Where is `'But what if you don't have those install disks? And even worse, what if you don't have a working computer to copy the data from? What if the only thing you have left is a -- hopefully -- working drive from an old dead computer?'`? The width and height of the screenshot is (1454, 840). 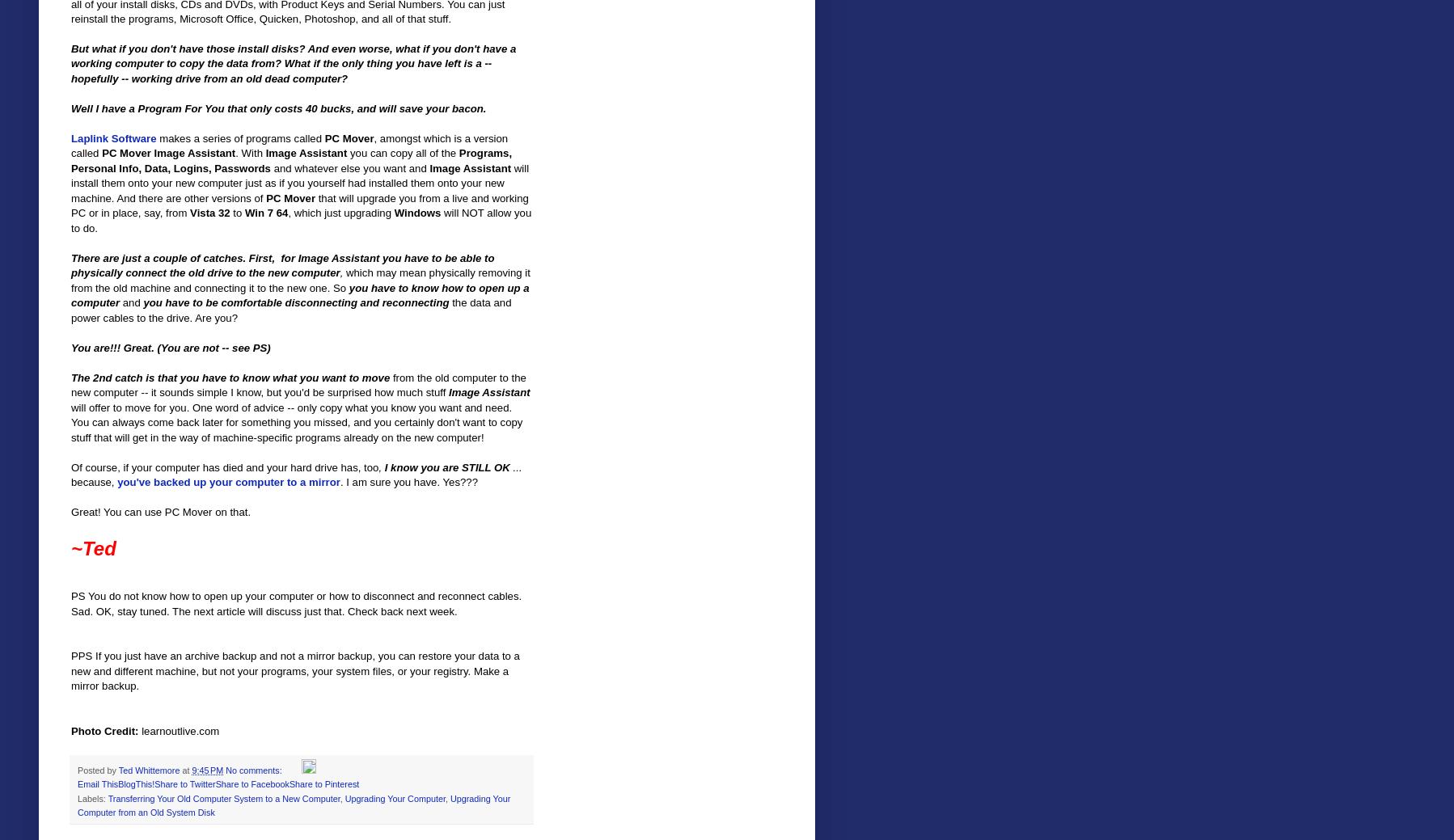 'But what if you don't have those install disks? And even worse, what if you don't have a working computer to copy the data from? What if the only thing you have left is a -- hopefully -- working drive from an old dead computer?' is located at coordinates (293, 62).